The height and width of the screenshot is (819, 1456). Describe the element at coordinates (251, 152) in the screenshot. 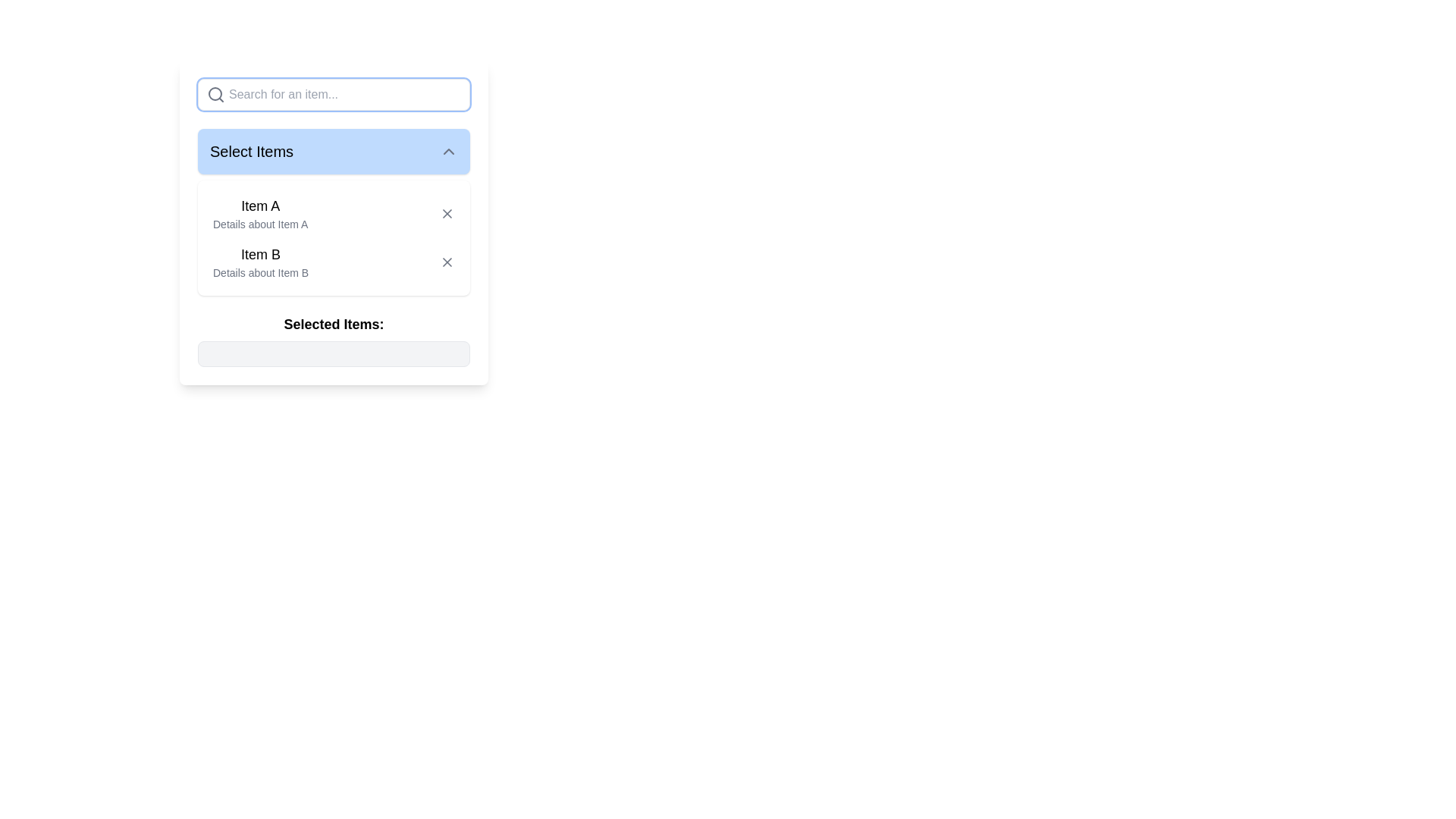

I see `the 'Select Items' text label, which is displayed in bold black font on a blue rounded rectangle background, located near the upper part of the interface just below the search bar` at that location.